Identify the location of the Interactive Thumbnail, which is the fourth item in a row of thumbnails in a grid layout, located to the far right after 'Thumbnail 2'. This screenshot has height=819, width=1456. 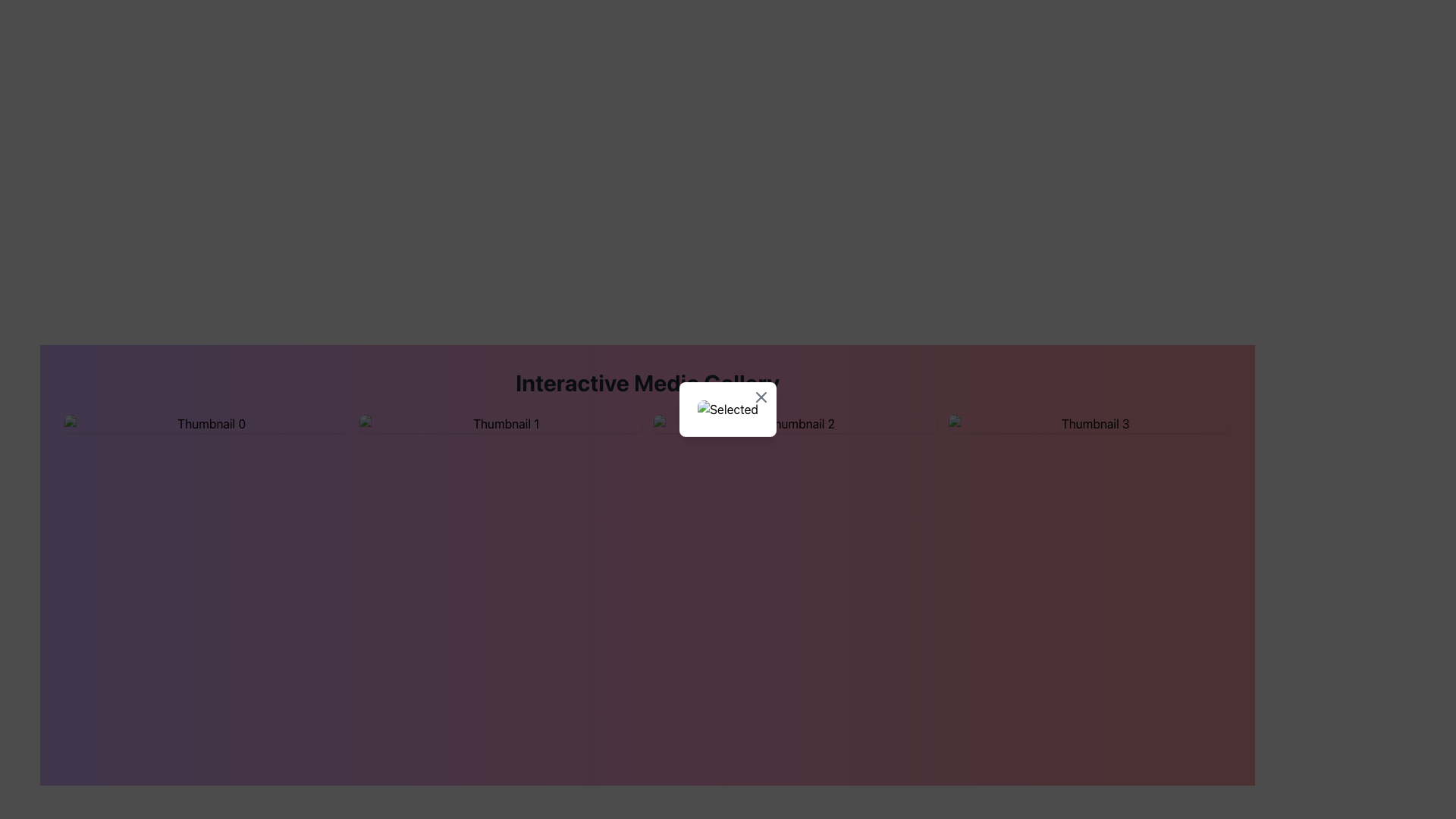
(1088, 424).